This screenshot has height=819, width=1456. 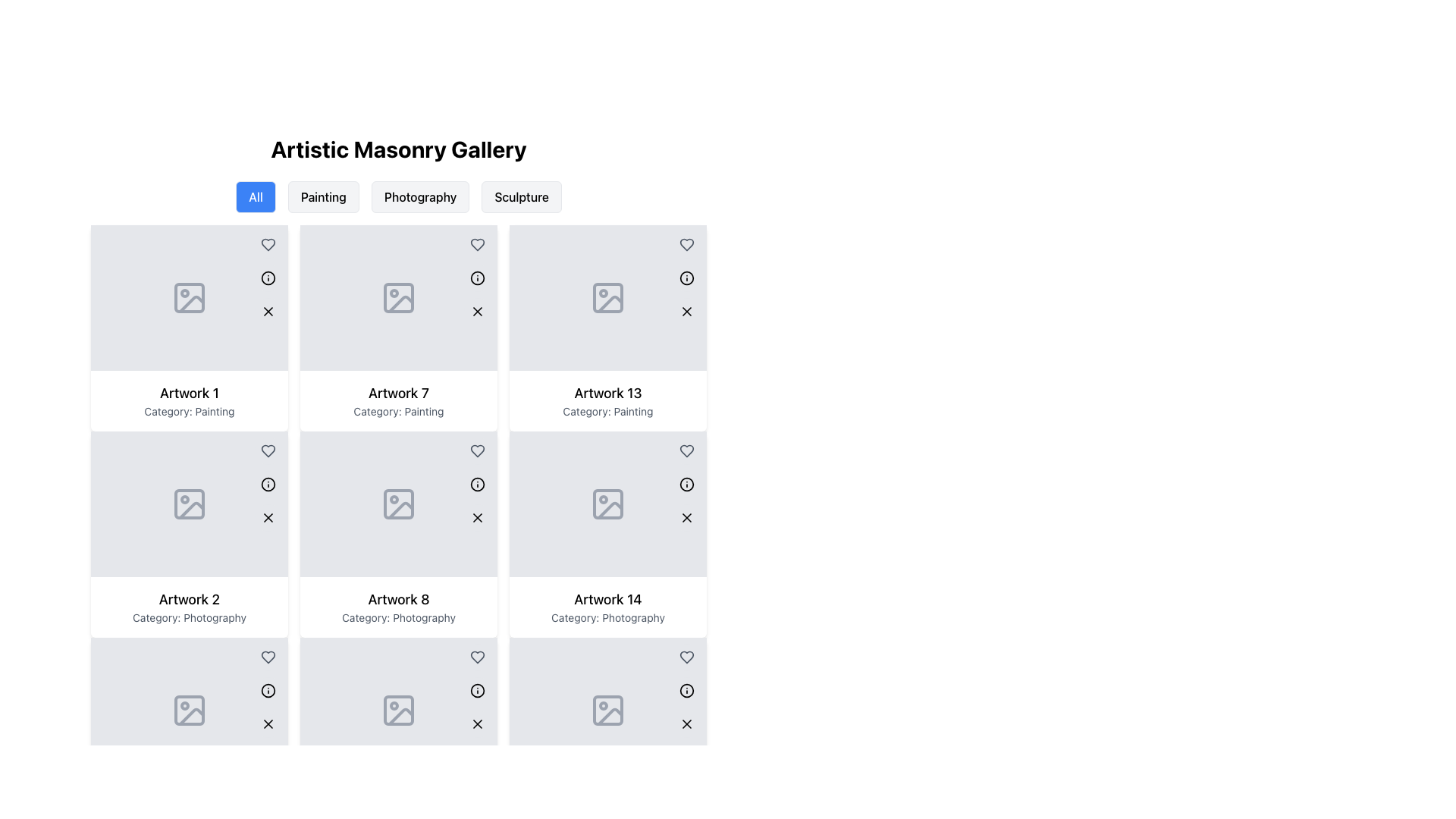 What do you see at coordinates (188, 711) in the screenshot?
I see `the Image Placeholder Icon located in the lower-left corner of the tile labeled 'Artwork 2 Category: Photography'` at bounding box center [188, 711].